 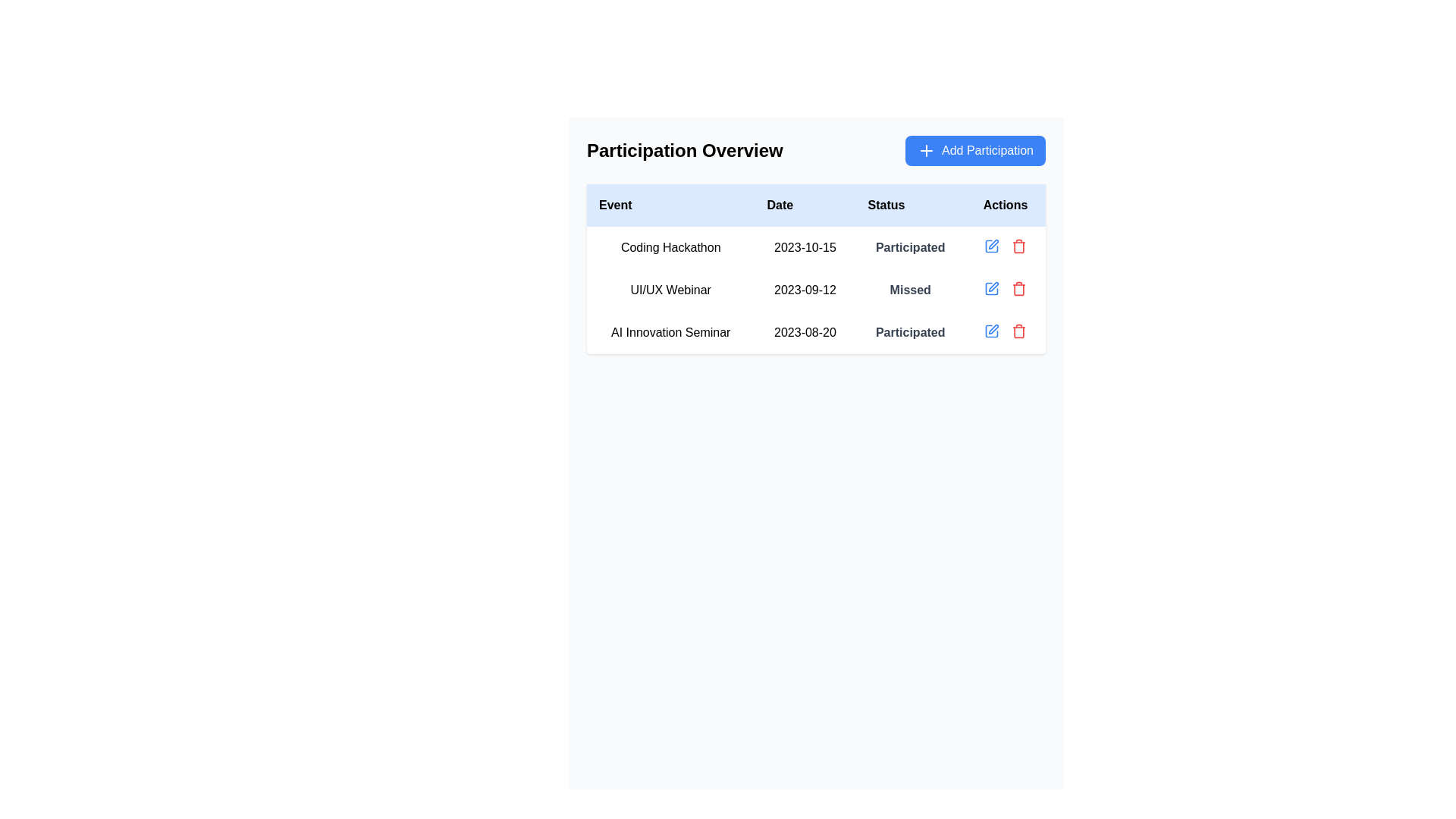 What do you see at coordinates (991, 245) in the screenshot?
I see `the blue pen icon button in the 'Actions' column of the second row of the table` at bounding box center [991, 245].